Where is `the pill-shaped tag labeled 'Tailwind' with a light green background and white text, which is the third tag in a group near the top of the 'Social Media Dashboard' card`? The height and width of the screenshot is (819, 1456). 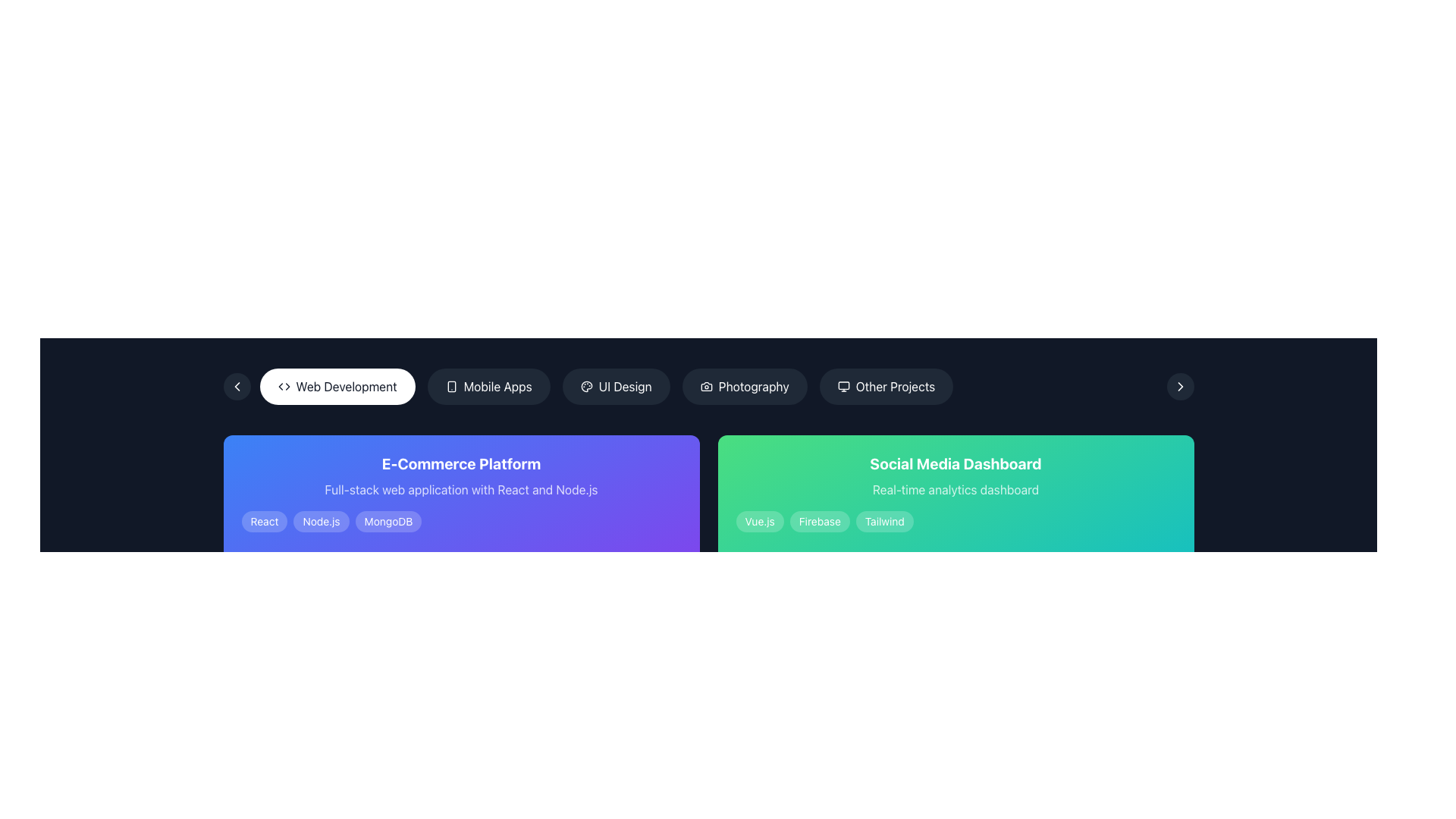
the pill-shaped tag labeled 'Tailwind' with a light green background and white text, which is the third tag in a group near the top of the 'Social Media Dashboard' card is located at coordinates (884, 520).